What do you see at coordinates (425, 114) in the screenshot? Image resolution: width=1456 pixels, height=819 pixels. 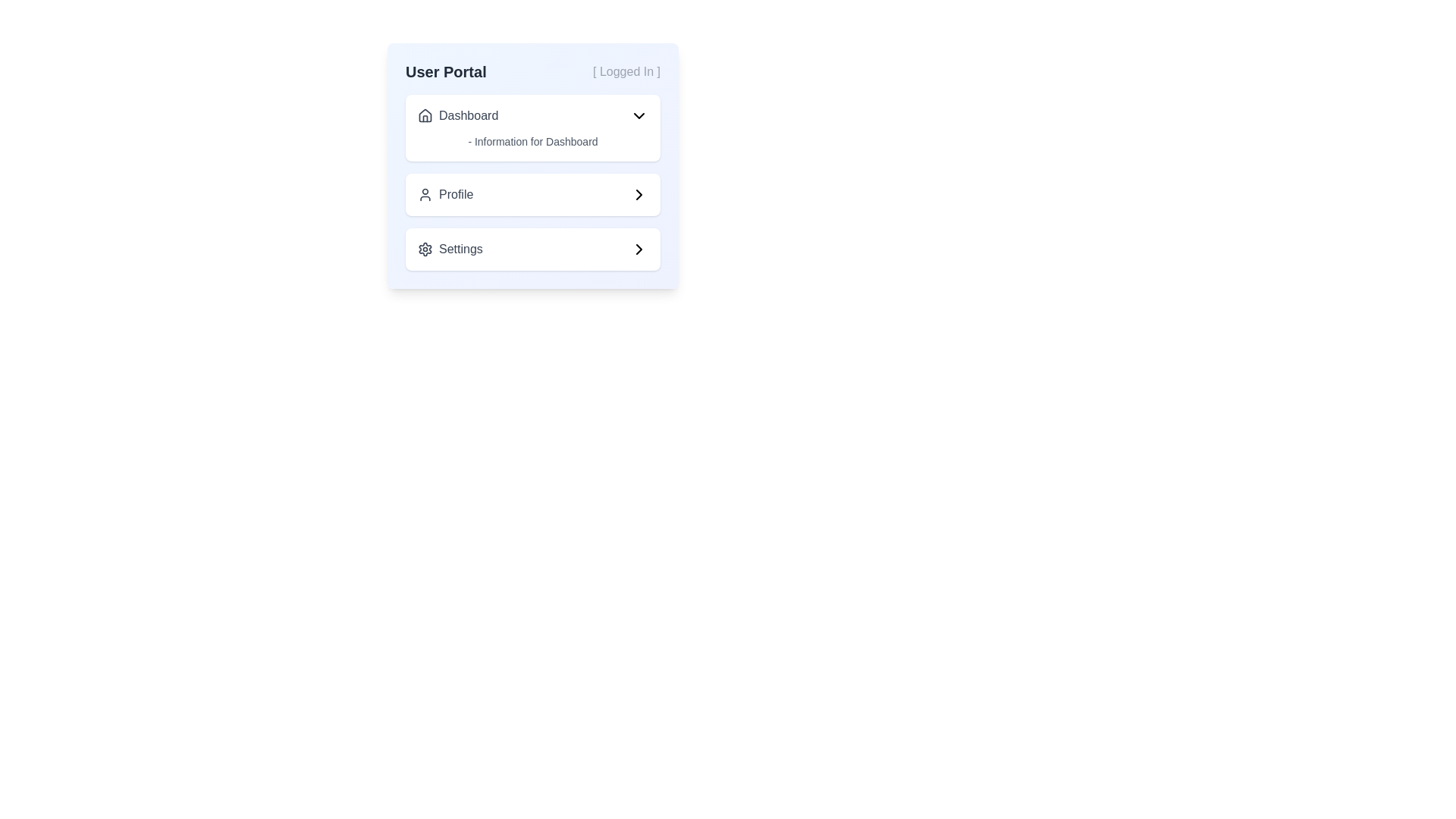 I see `the house icon associated with the 'Dashboard' menu item, which serves as the main navigation point` at bounding box center [425, 114].